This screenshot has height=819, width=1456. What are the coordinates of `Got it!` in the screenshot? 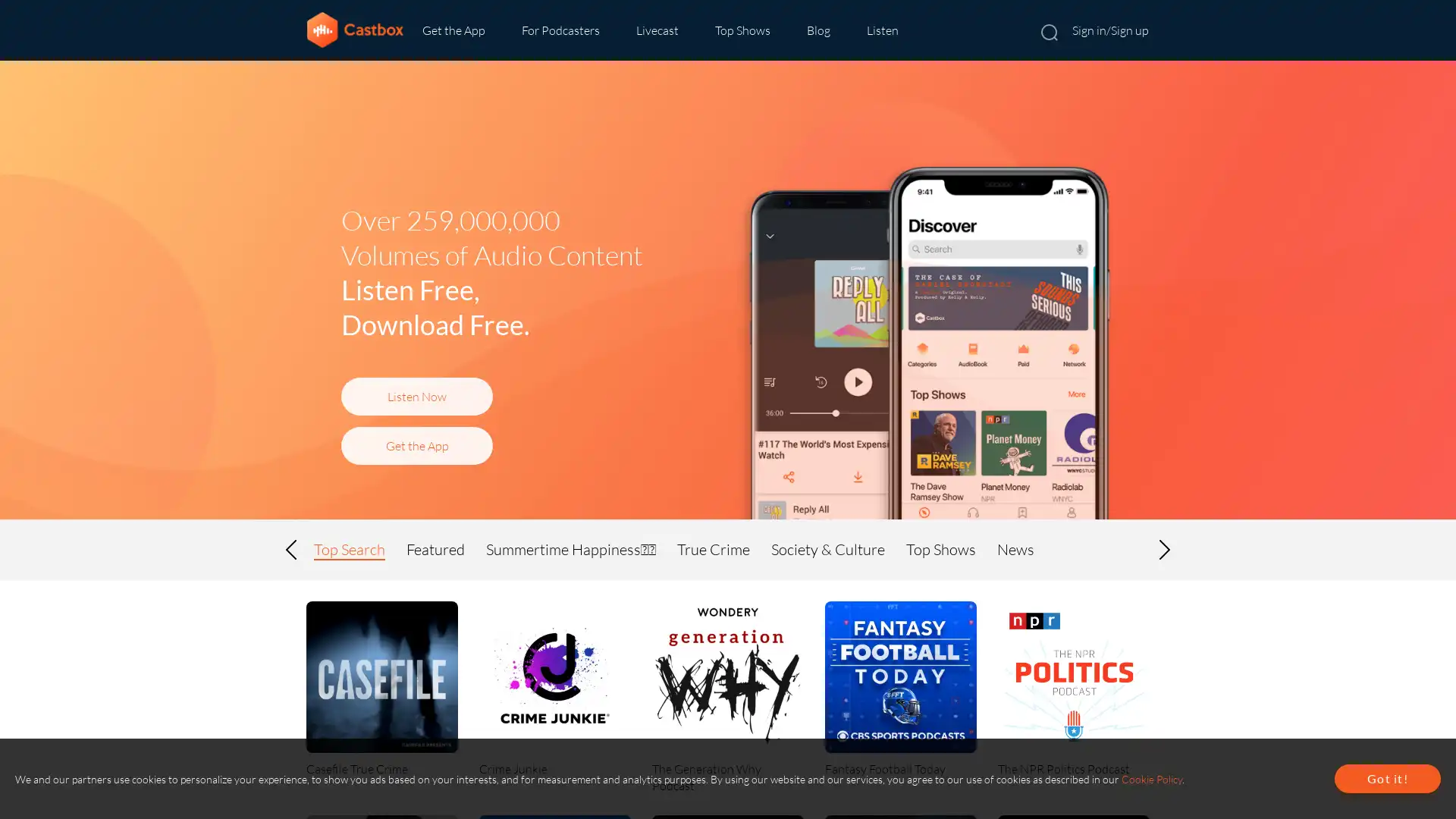 It's located at (1387, 778).